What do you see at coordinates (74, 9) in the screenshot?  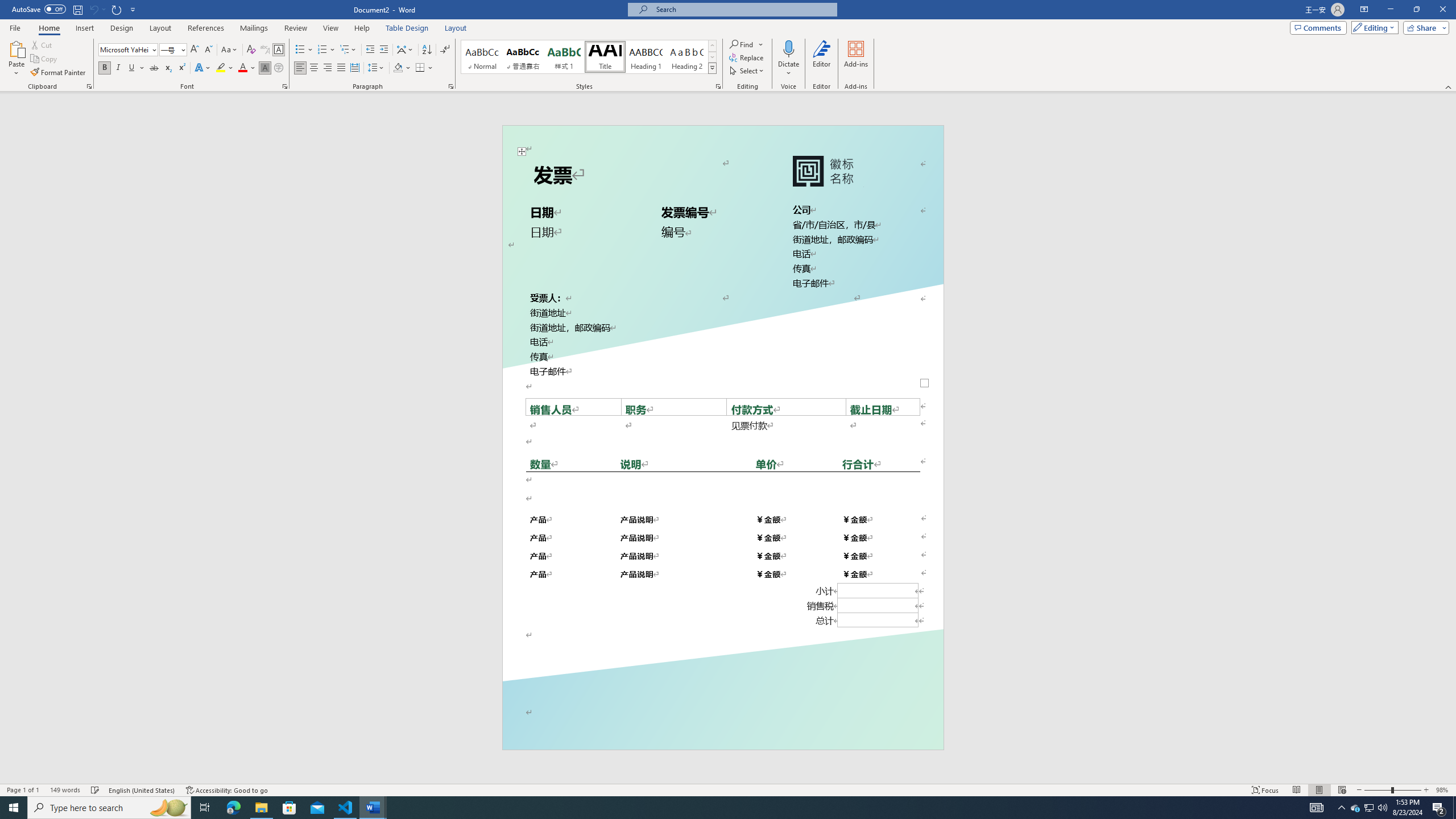 I see `'Quick Access Toolbar'` at bounding box center [74, 9].